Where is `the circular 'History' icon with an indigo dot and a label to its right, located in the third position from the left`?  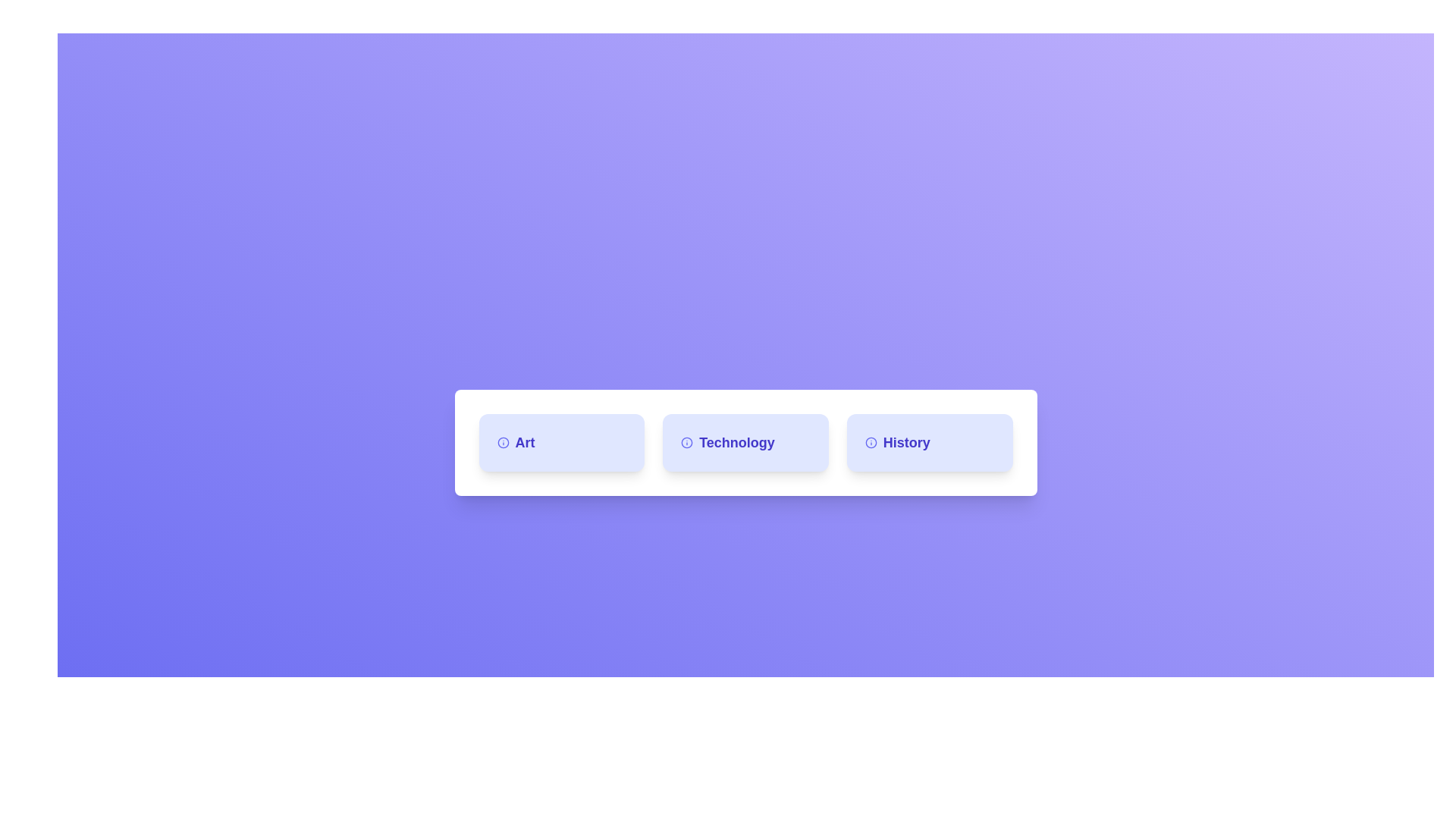 the circular 'History' icon with an indigo dot and a label to its right, located in the third position from the left is located at coordinates (871, 442).